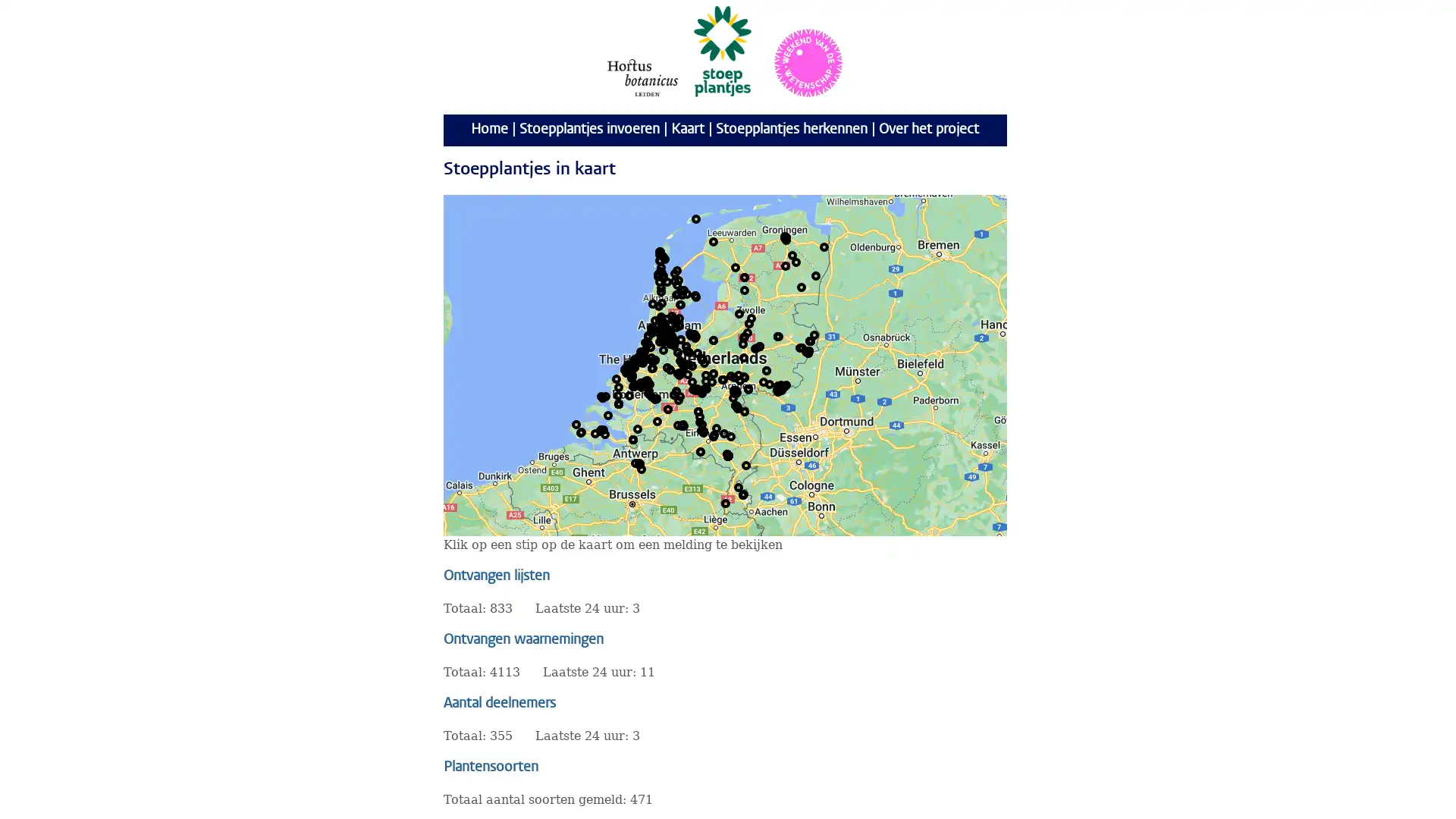 The image size is (1456, 819). I want to click on Telling van op 08 april 2022, so click(723, 378).